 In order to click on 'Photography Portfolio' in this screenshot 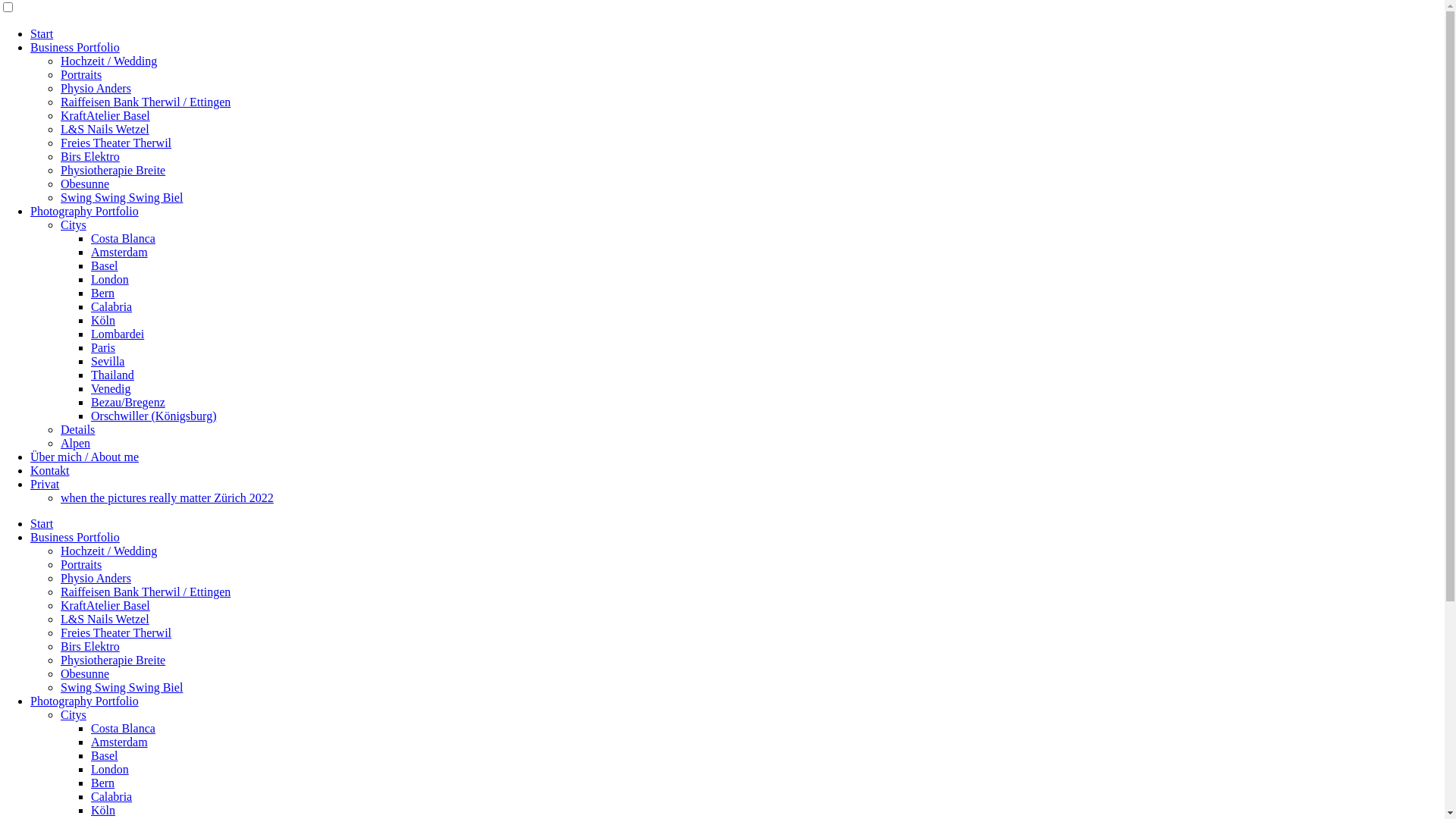, I will do `click(83, 701)`.